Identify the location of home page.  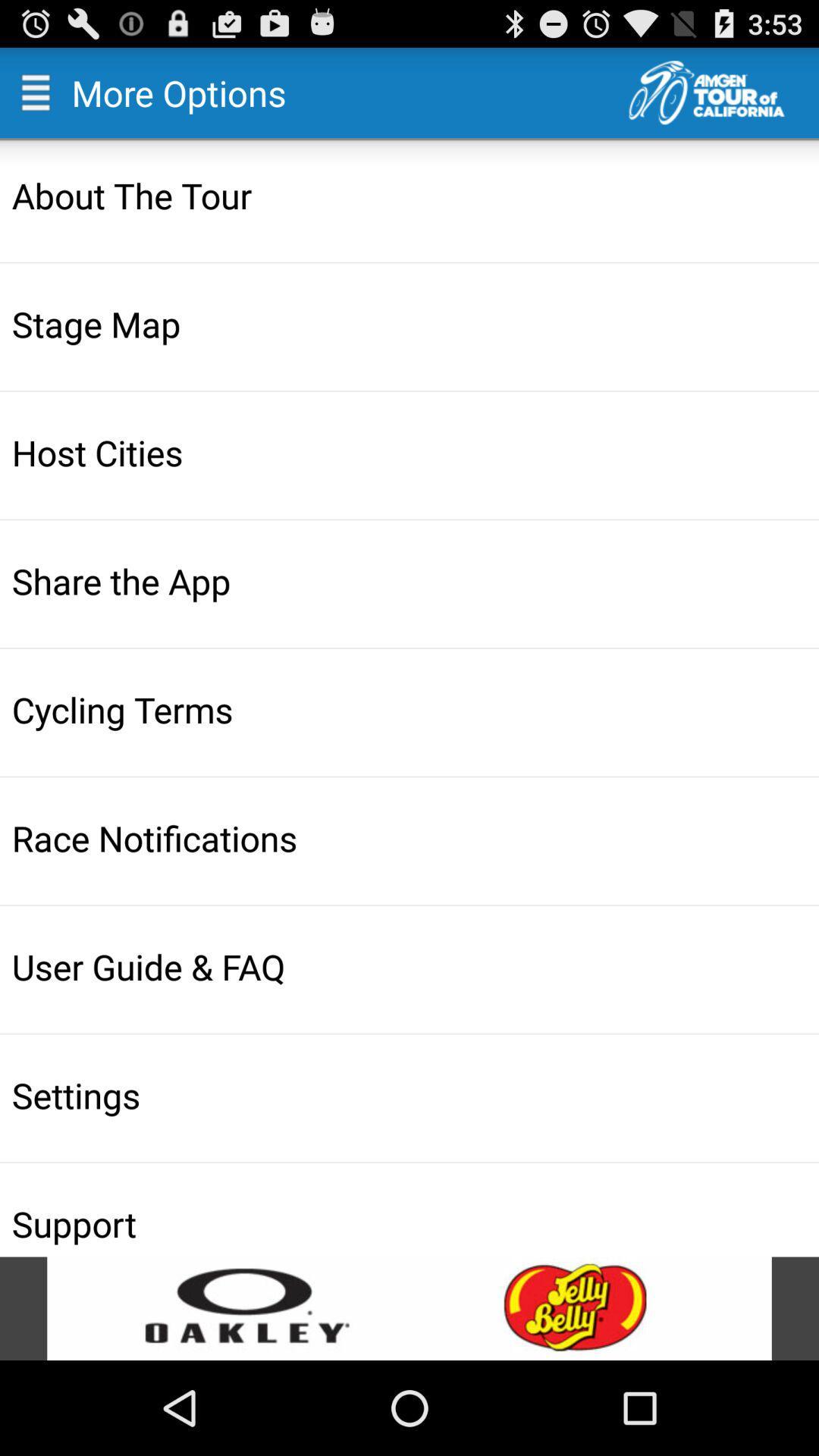
(723, 92).